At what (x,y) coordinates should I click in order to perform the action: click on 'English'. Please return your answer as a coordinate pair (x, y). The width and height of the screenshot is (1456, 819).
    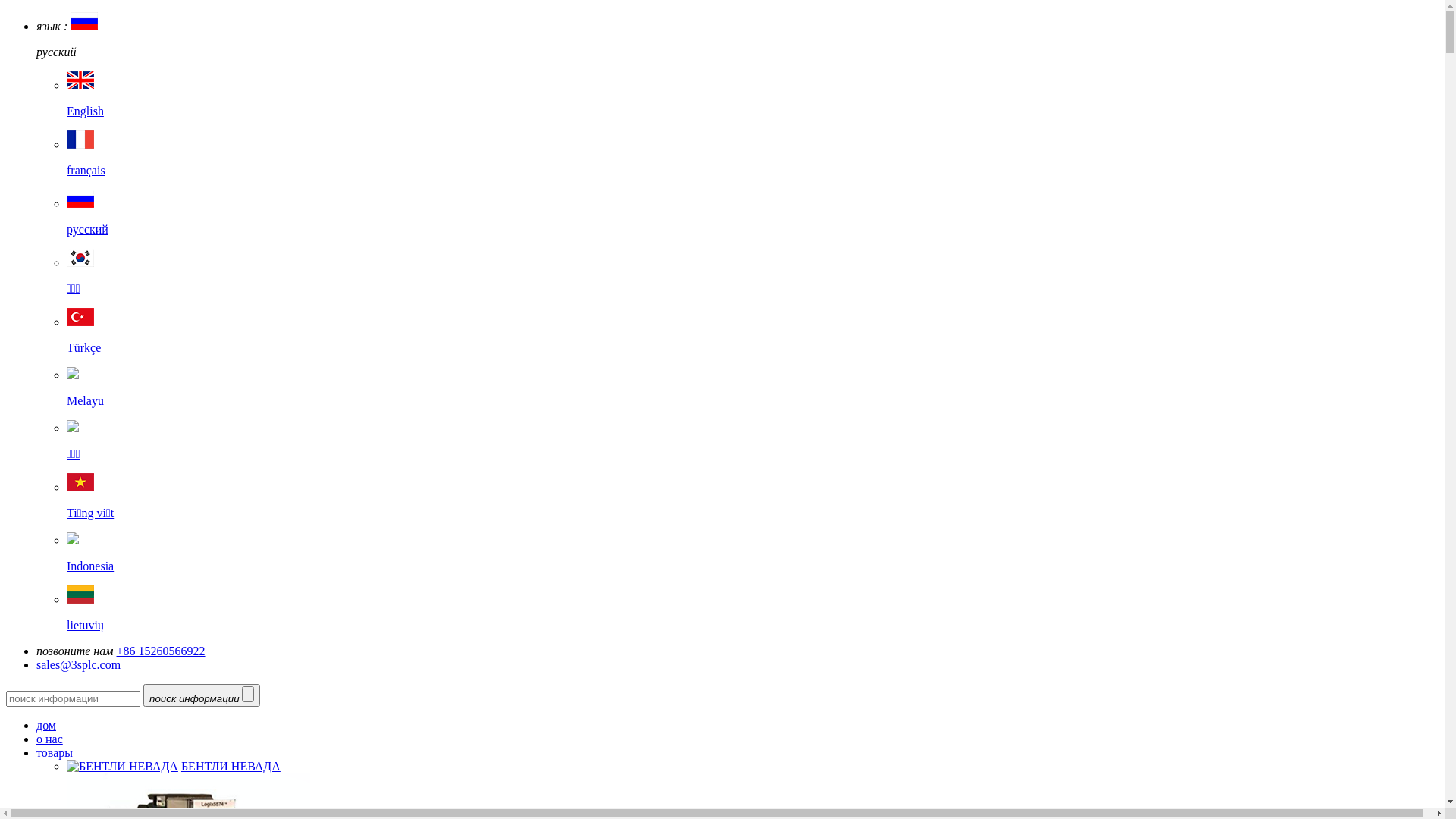
    Looking at the image, I should click on (65, 99).